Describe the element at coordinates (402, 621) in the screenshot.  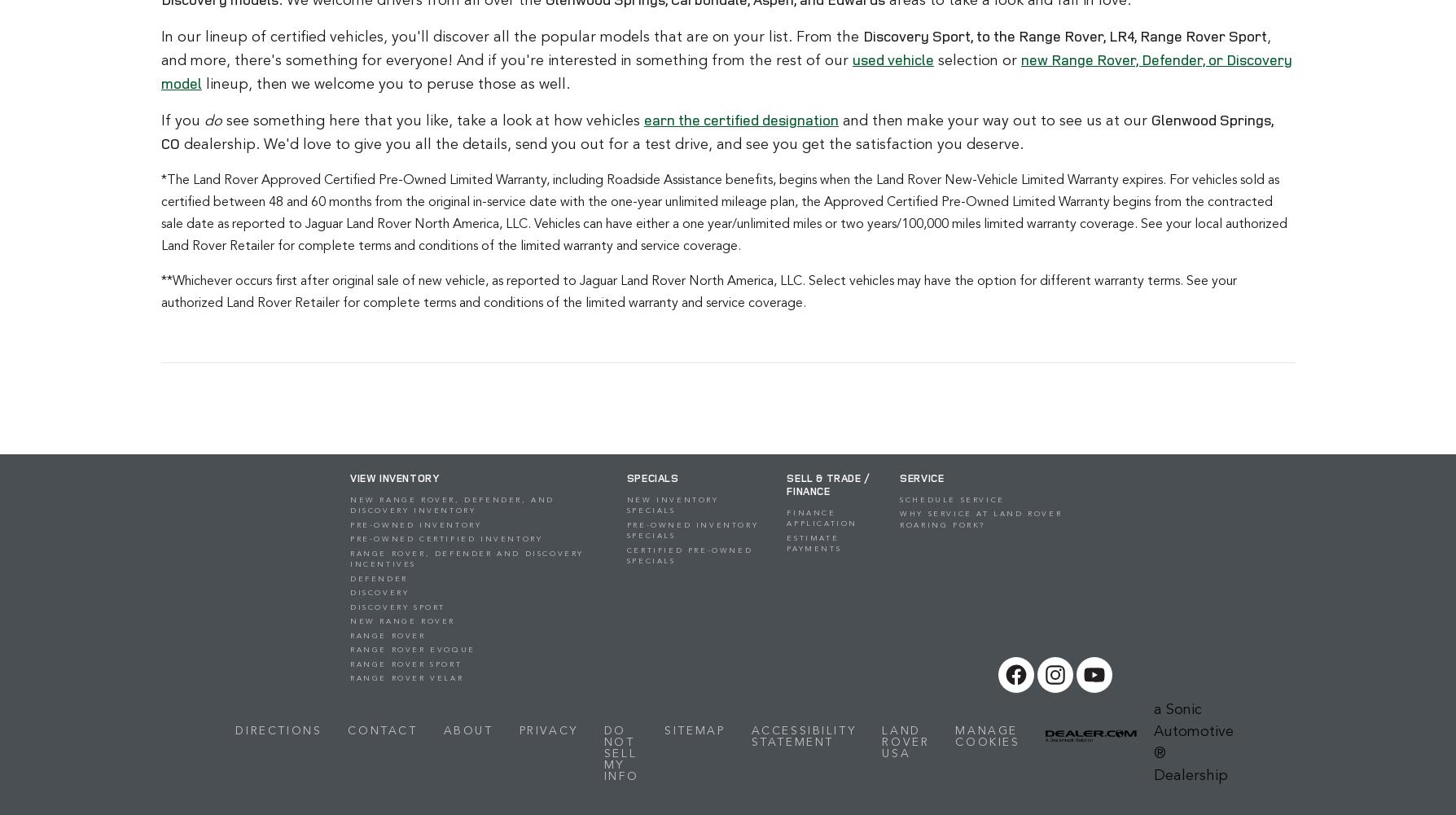
I see `'New Range Rover'` at that location.